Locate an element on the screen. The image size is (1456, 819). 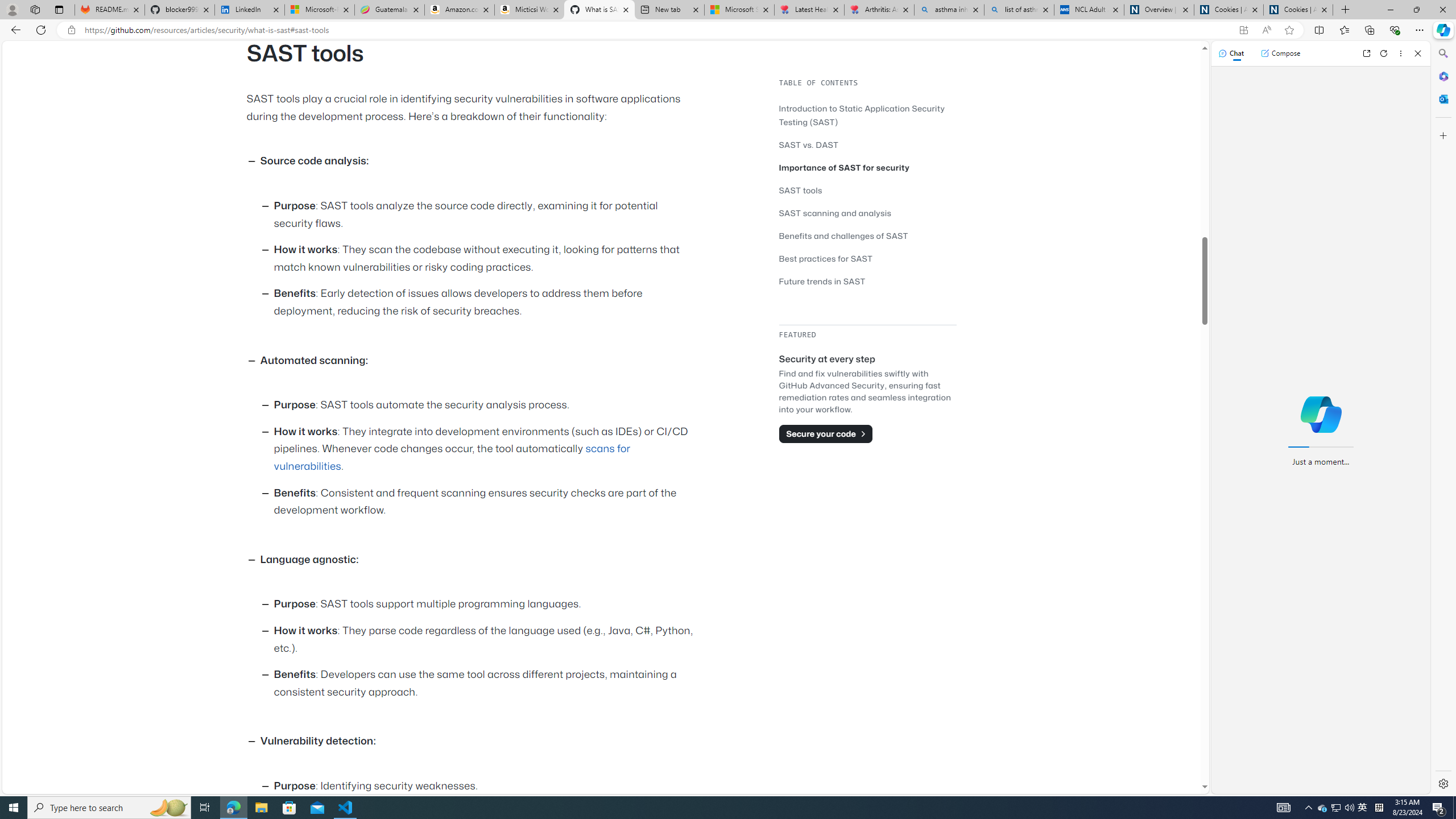
'Introduction to Static Application Security Testing (SAST)' is located at coordinates (867, 115).